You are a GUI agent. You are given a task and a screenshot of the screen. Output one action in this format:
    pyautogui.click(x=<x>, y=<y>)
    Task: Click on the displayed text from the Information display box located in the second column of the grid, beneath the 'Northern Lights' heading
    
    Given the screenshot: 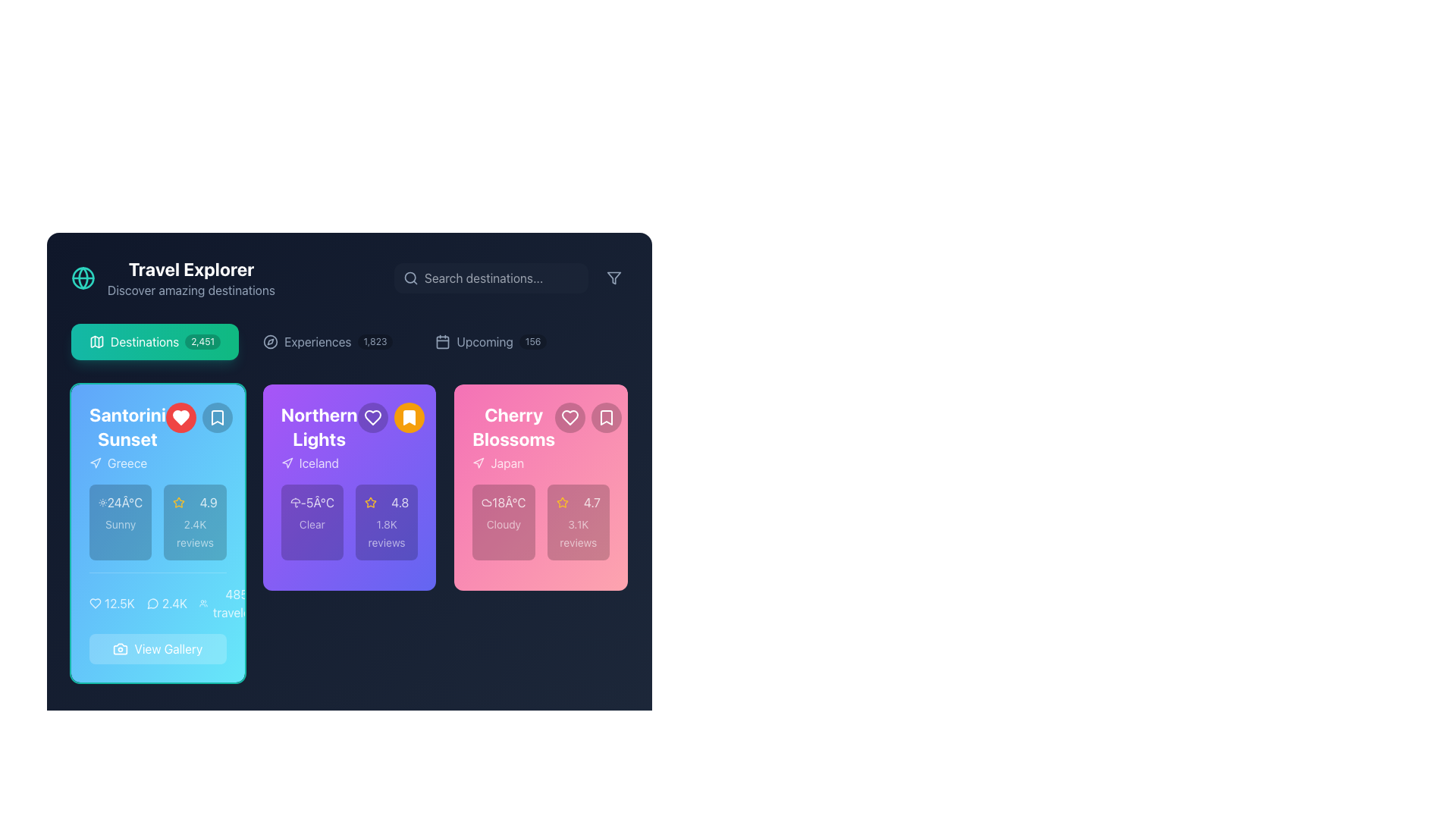 What is the action you would take?
    pyautogui.click(x=311, y=522)
    